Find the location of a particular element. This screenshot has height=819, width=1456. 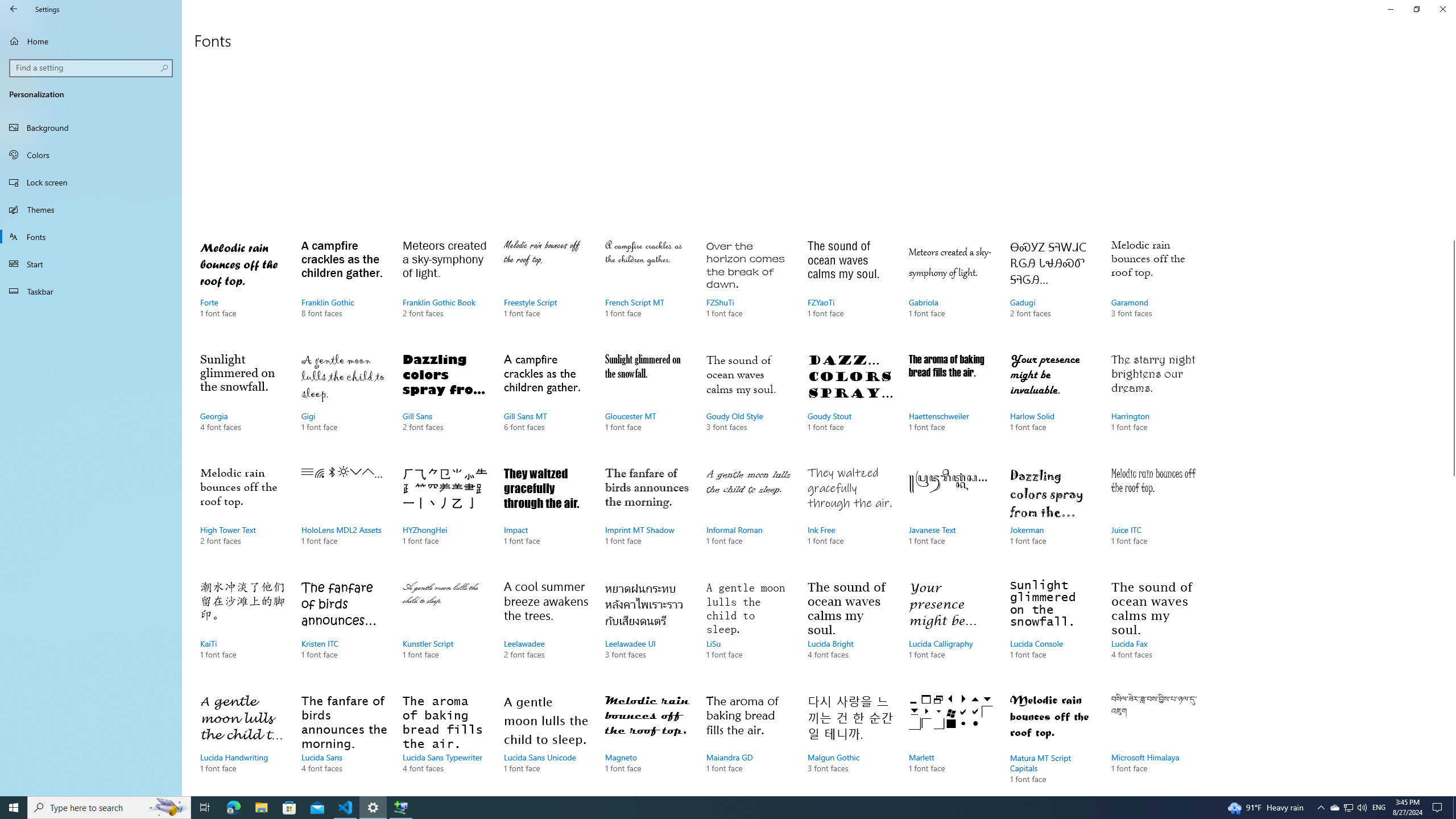

'Close Settings' is located at coordinates (1442, 9).